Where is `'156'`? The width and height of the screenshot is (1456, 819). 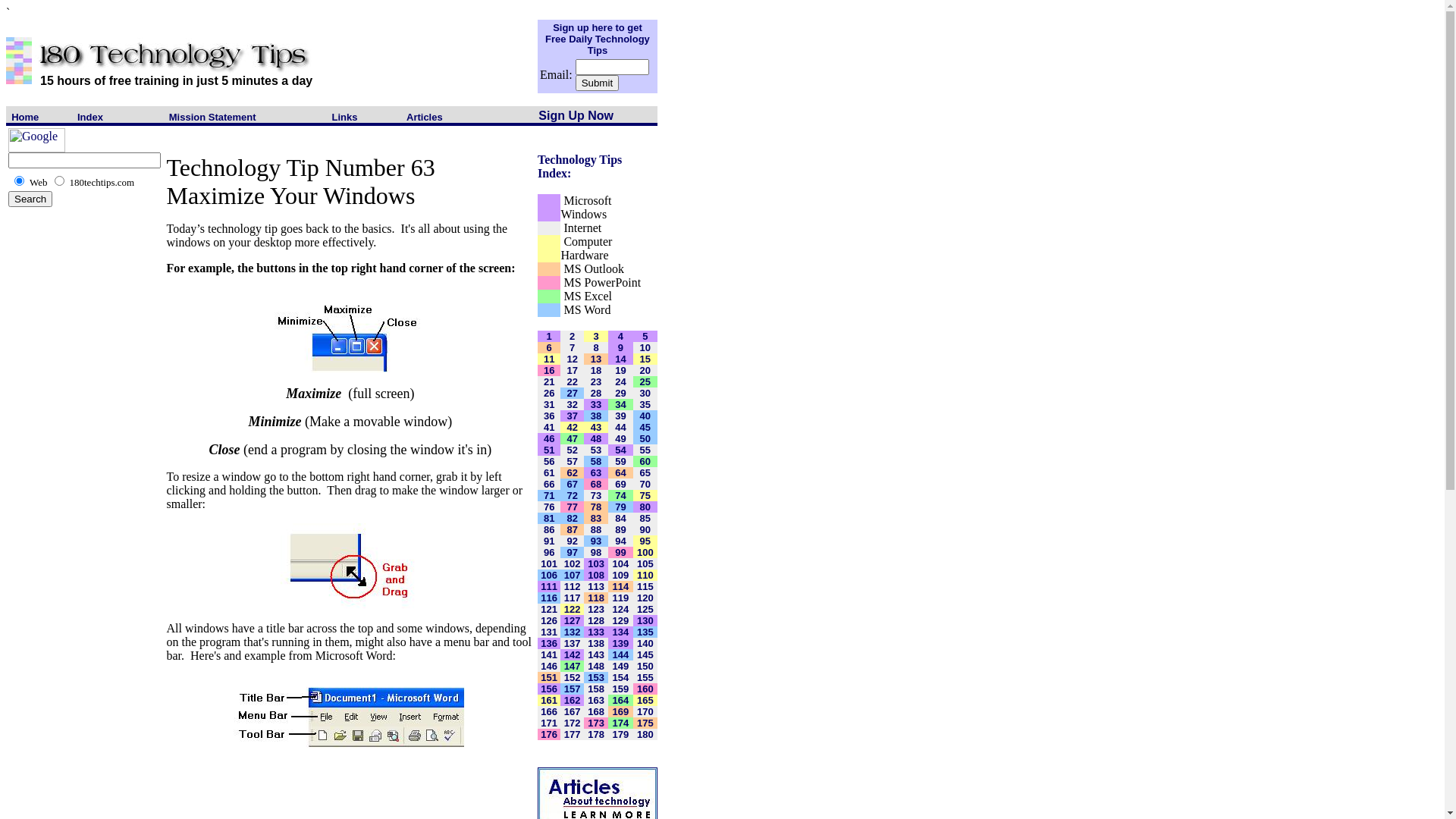
'156' is located at coordinates (548, 688).